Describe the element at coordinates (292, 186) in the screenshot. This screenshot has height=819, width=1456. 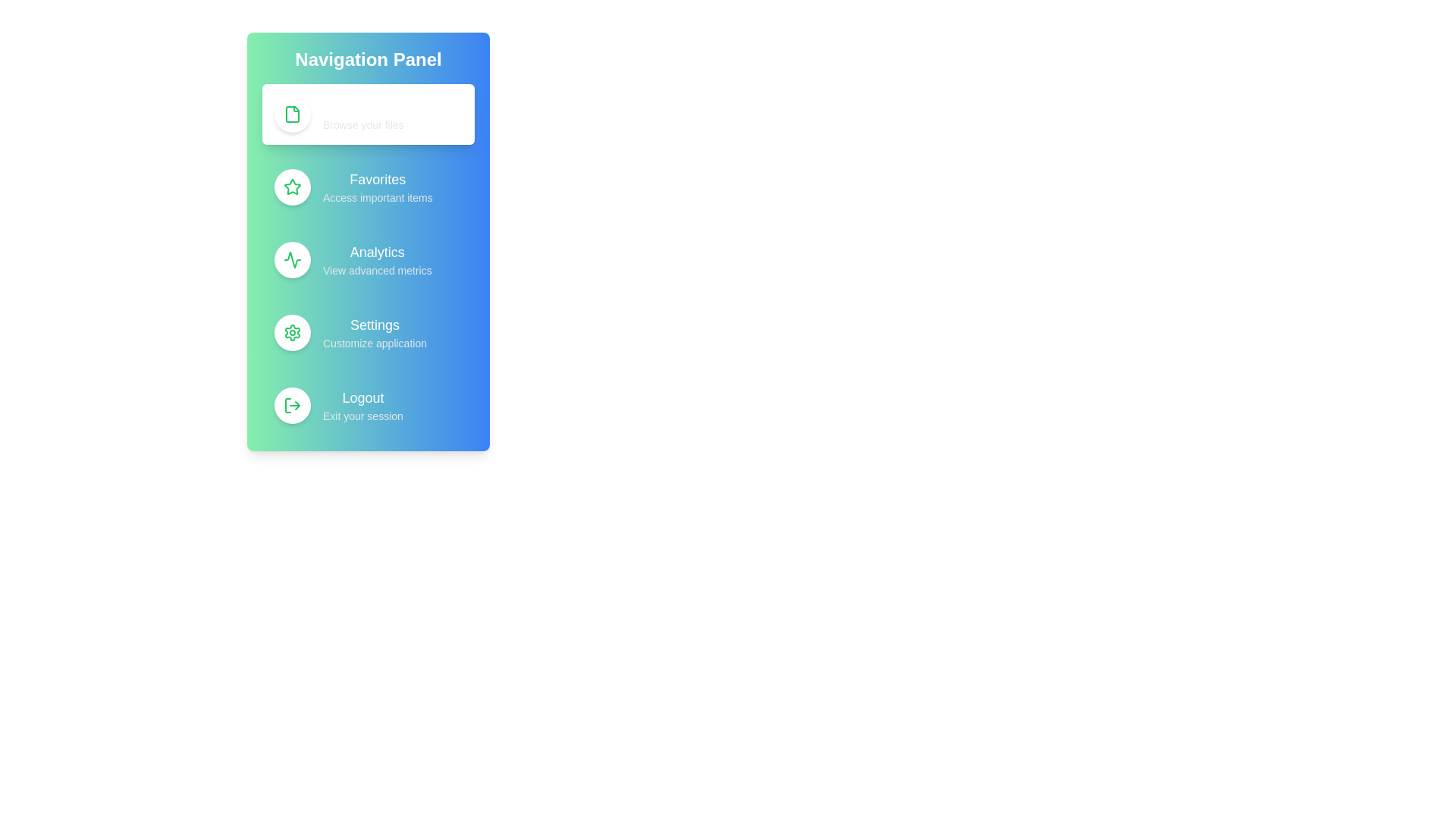
I see `the icon for Favorites` at that location.